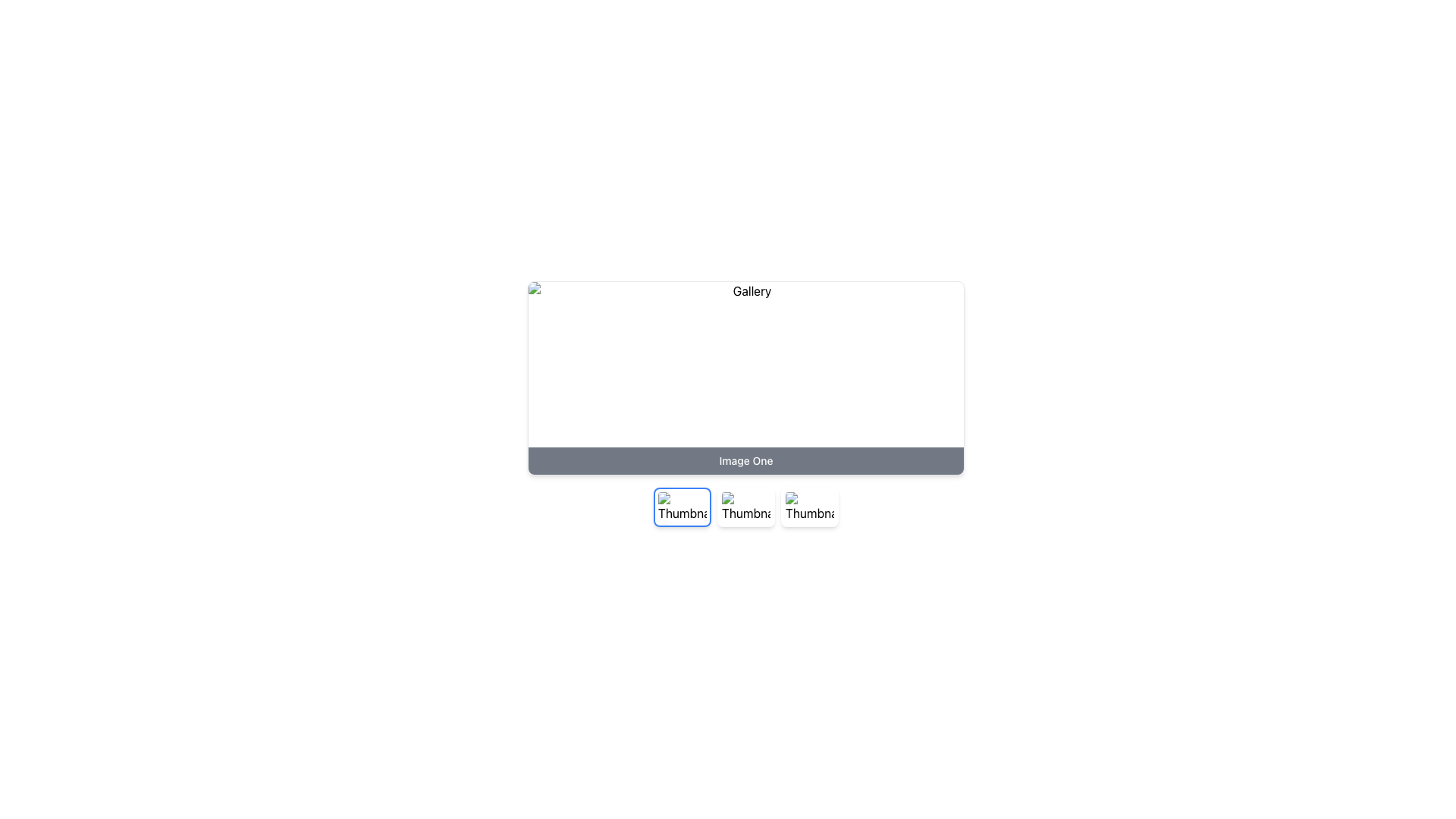 This screenshot has height=819, width=1456. I want to click on the second thumbnail image button with rounded corners to observe the hover effect that scales the component and intensifies its shadow, so click(745, 507).